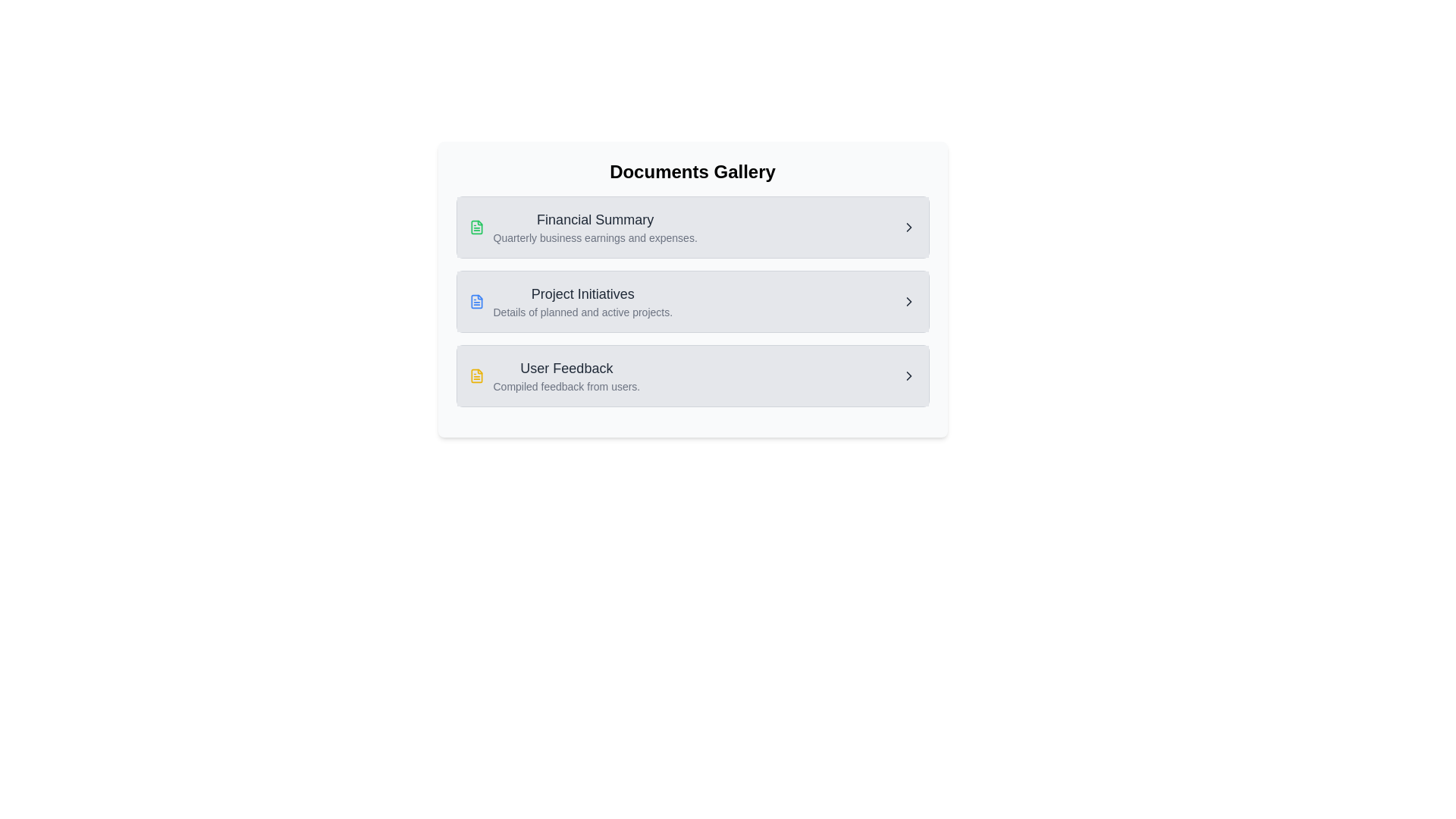  What do you see at coordinates (908, 301) in the screenshot?
I see `the navigational icon located to the right of the 'Project Initiatives' list item, which serves to expand or proceed with related content` at bounding box center [908, 301].